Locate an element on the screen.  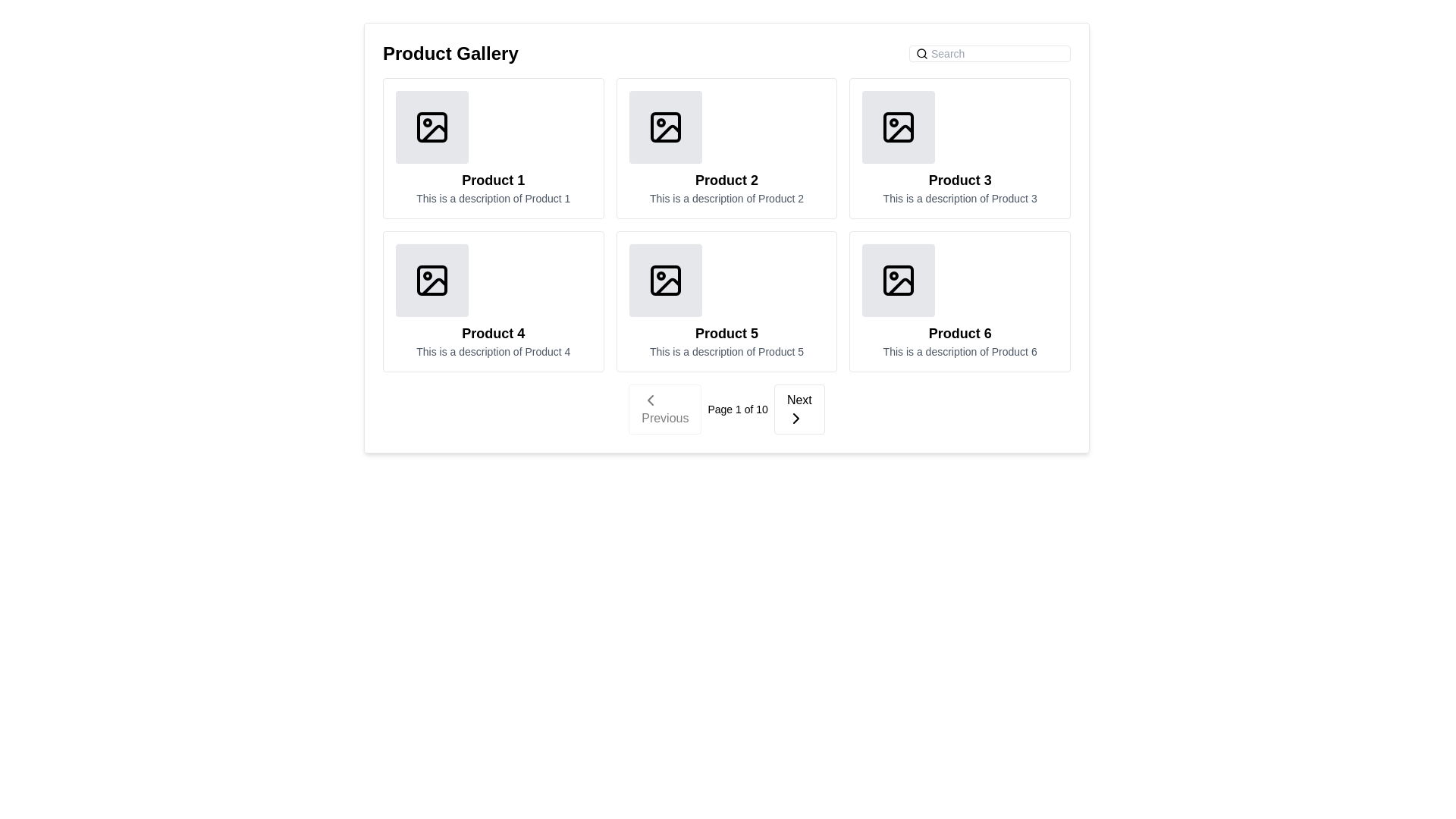
text content of the non-interactive Text label located in the second product card below the title 'Product 2' is located at coordinates (726, 198).